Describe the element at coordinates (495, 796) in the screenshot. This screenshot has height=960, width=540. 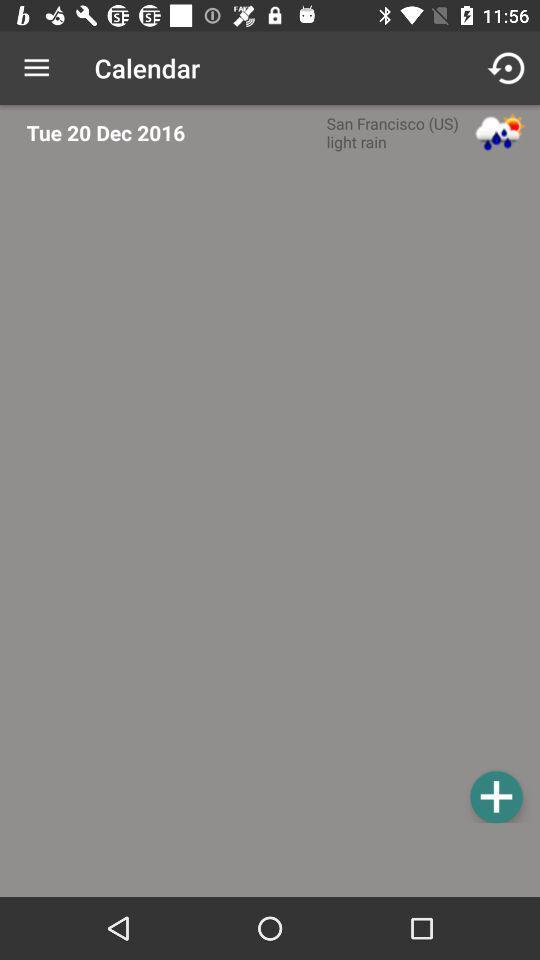
I see `the add icon` at that location.